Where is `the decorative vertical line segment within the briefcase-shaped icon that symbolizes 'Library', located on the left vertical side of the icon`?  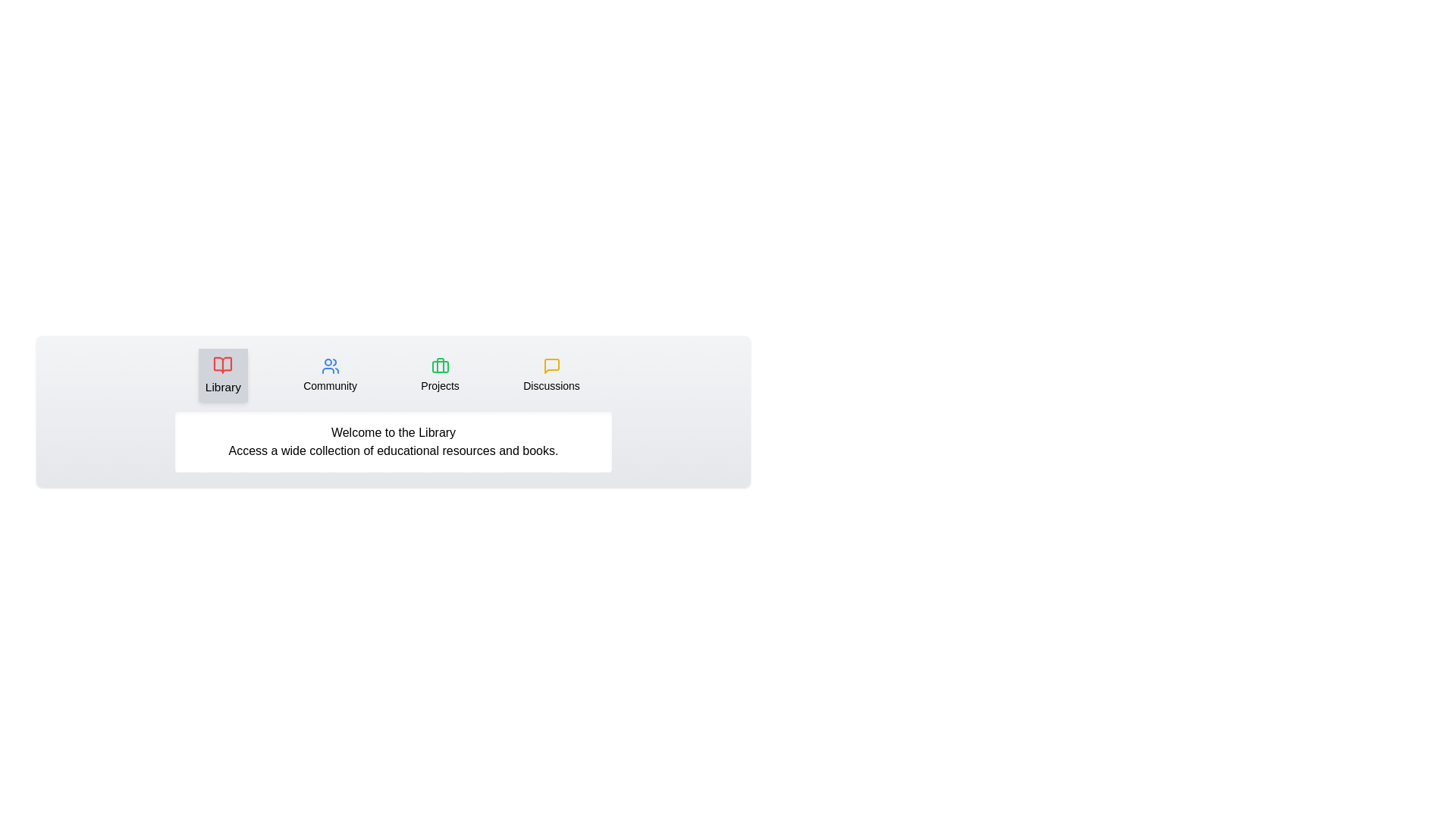 the decorative vertical line segment within the briefcase-shaped icon that symbolizes 'Library', located on the left vertical side of the icon is located at coordinates (439, 366).